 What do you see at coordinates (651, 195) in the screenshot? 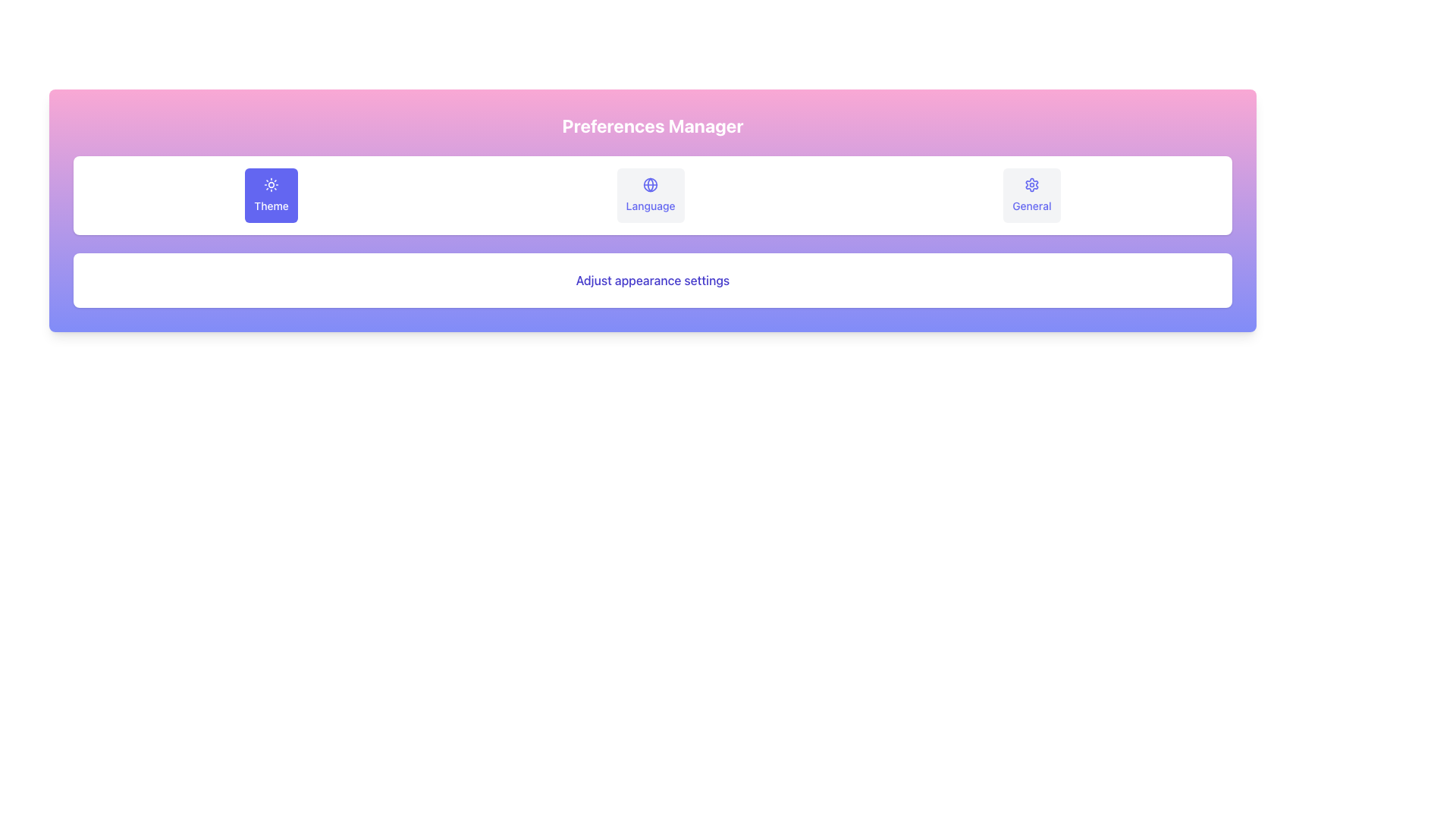
I see `the language settings button in the Preferences Manager interface` at bounding box center [651, 195].